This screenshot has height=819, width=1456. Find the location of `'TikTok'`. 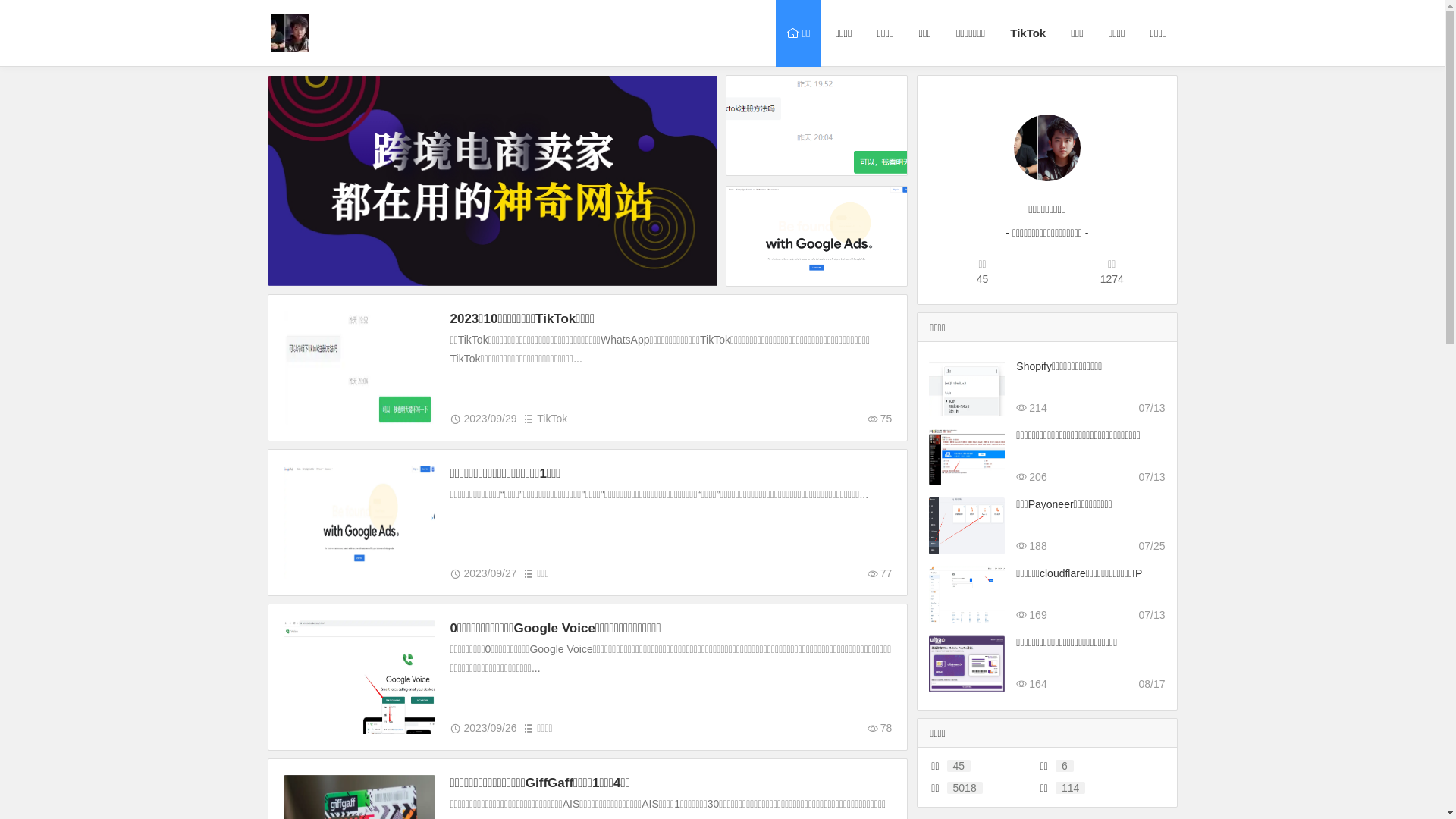

'TikTok' is located at coordinates (1026, 33).